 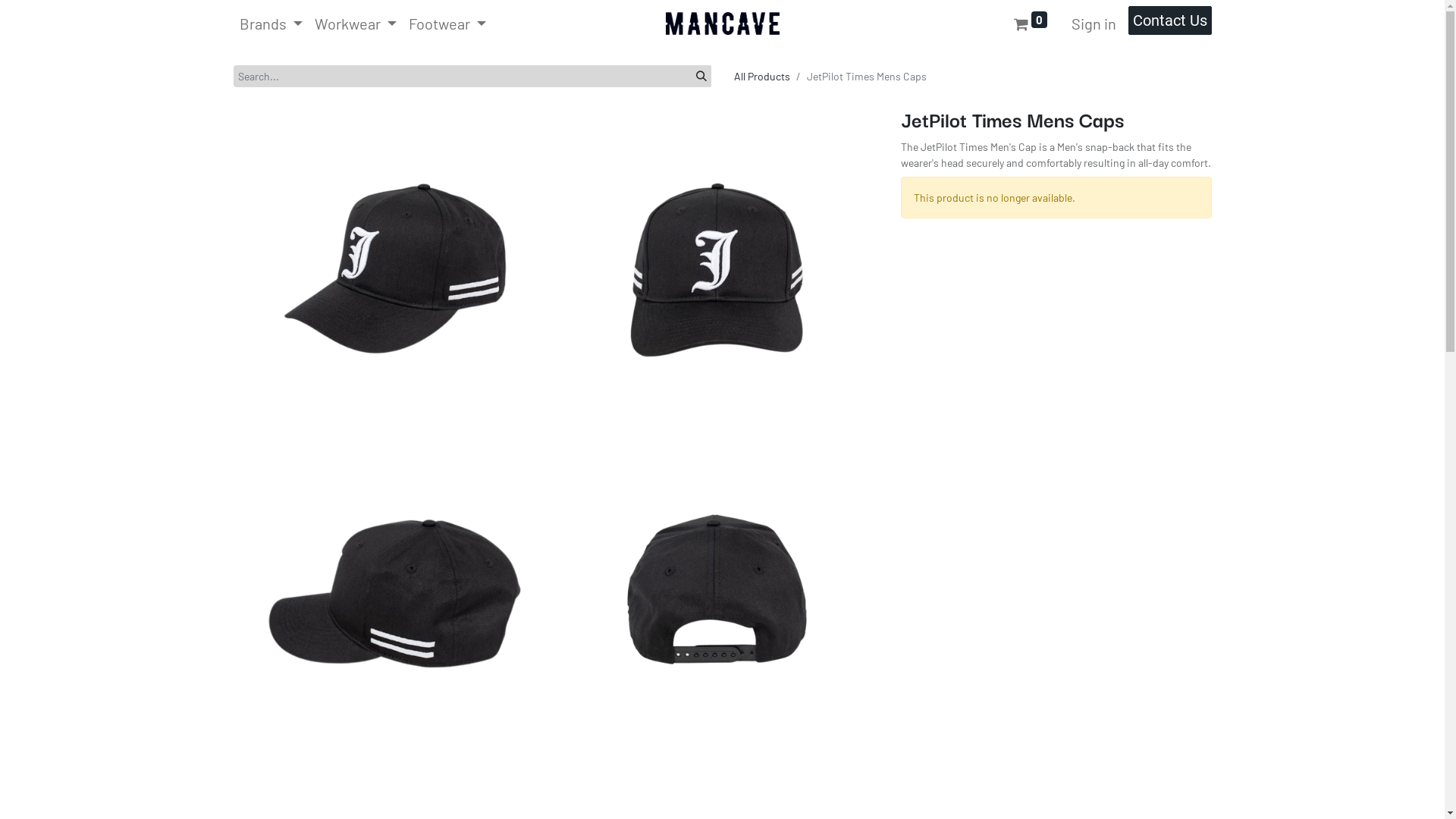 I want to click on 'Brands', so click(x=271, y=23).